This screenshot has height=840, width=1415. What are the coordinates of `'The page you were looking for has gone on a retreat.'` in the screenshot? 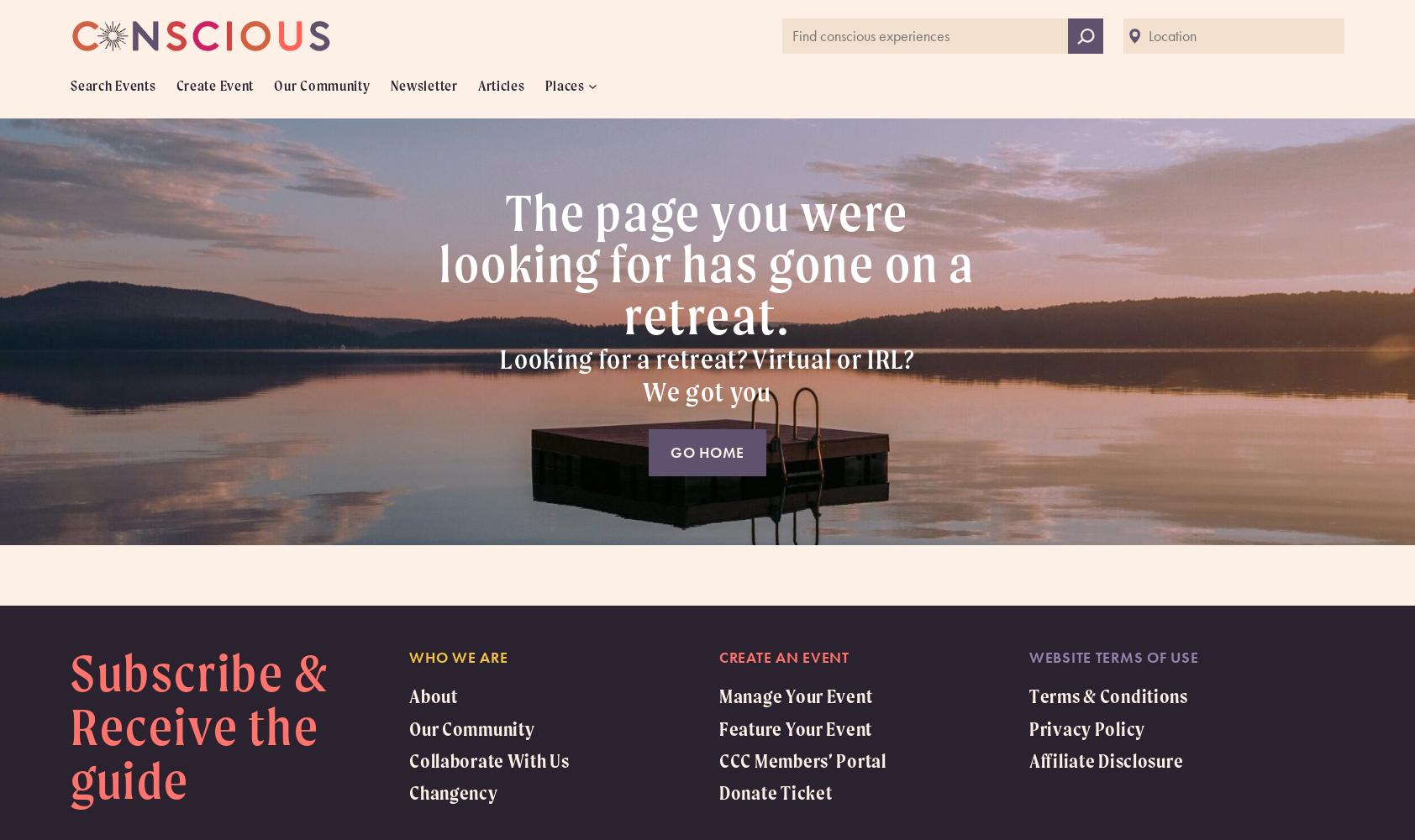 It's located at (707, 263).